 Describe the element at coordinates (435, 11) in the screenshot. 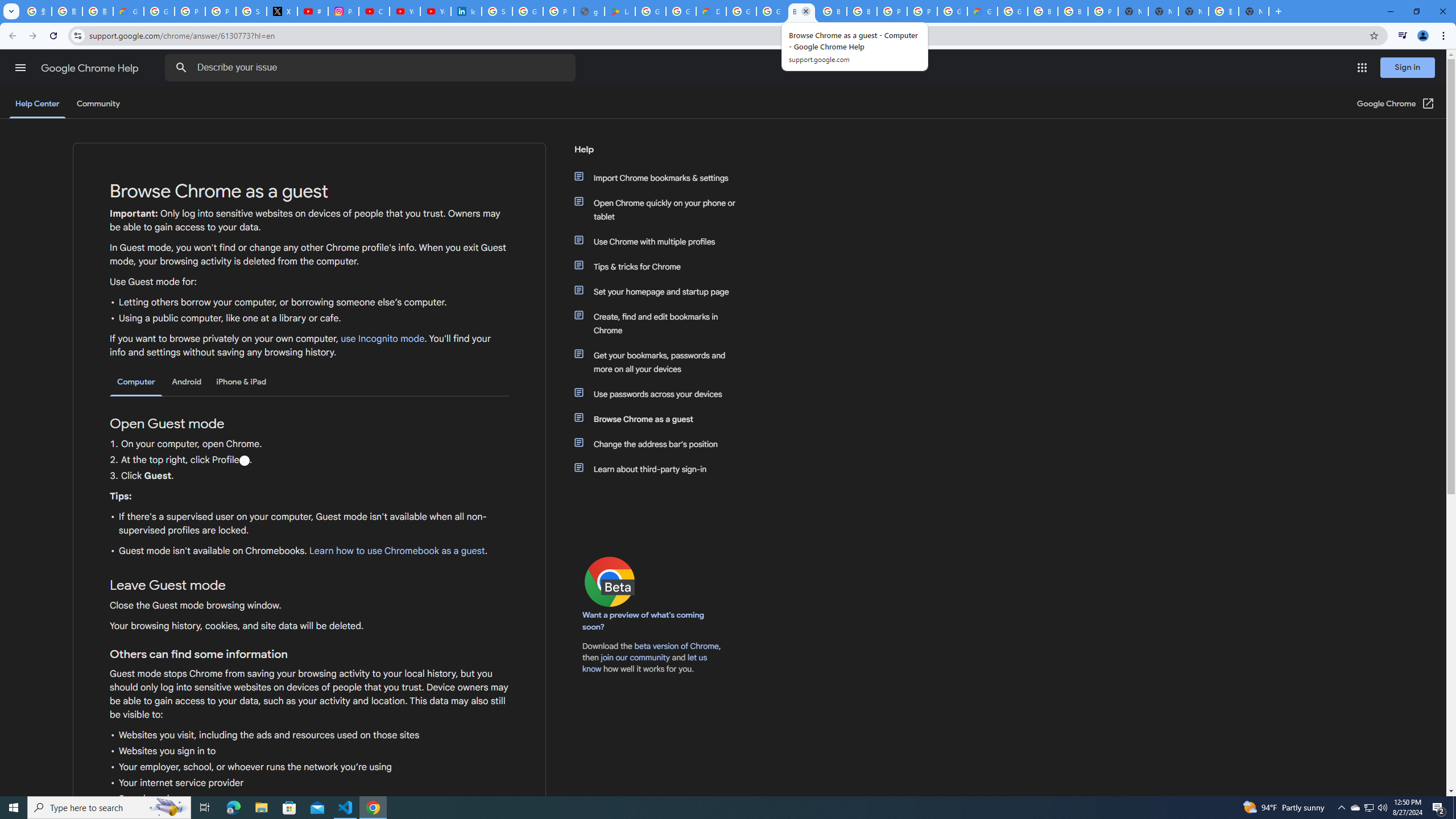

I see `'YouTube Culture & Trends - YouTube Top 10, 2021'` at that location.